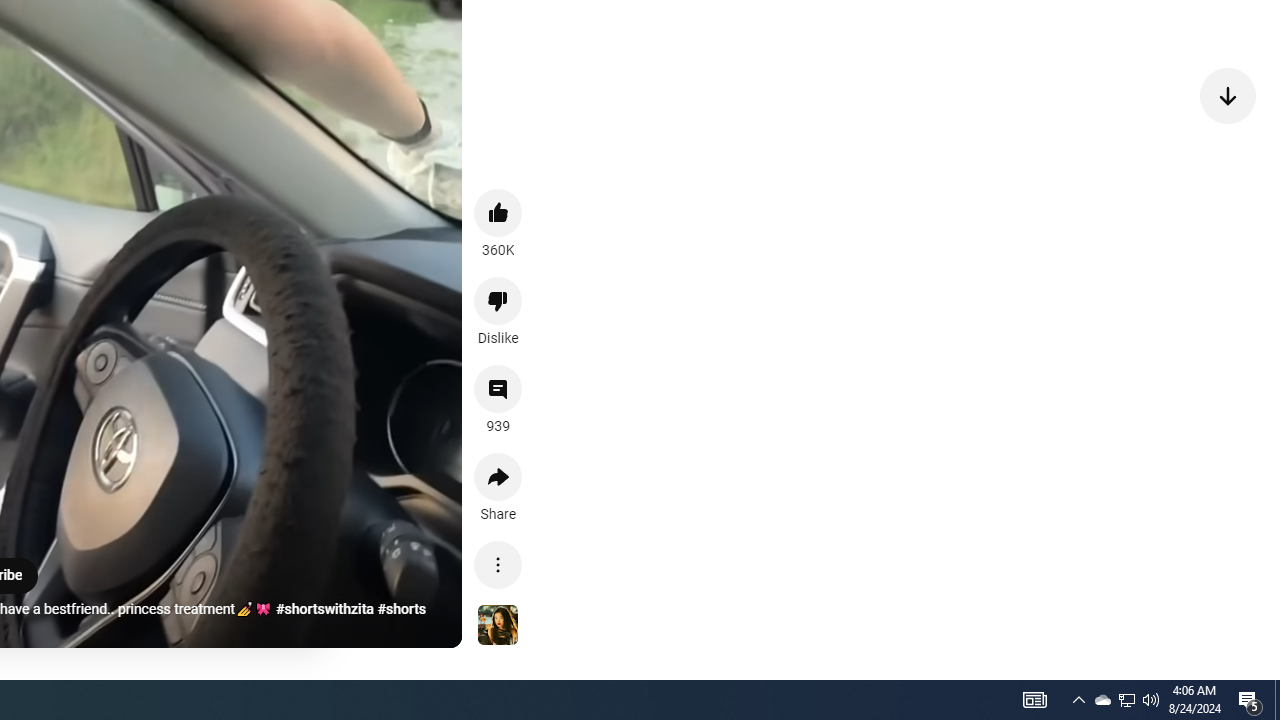 The image size is (1280, 720). Describe the element at coordinates (498, 564) in the screenshot. I see `'More actions'` at that location.